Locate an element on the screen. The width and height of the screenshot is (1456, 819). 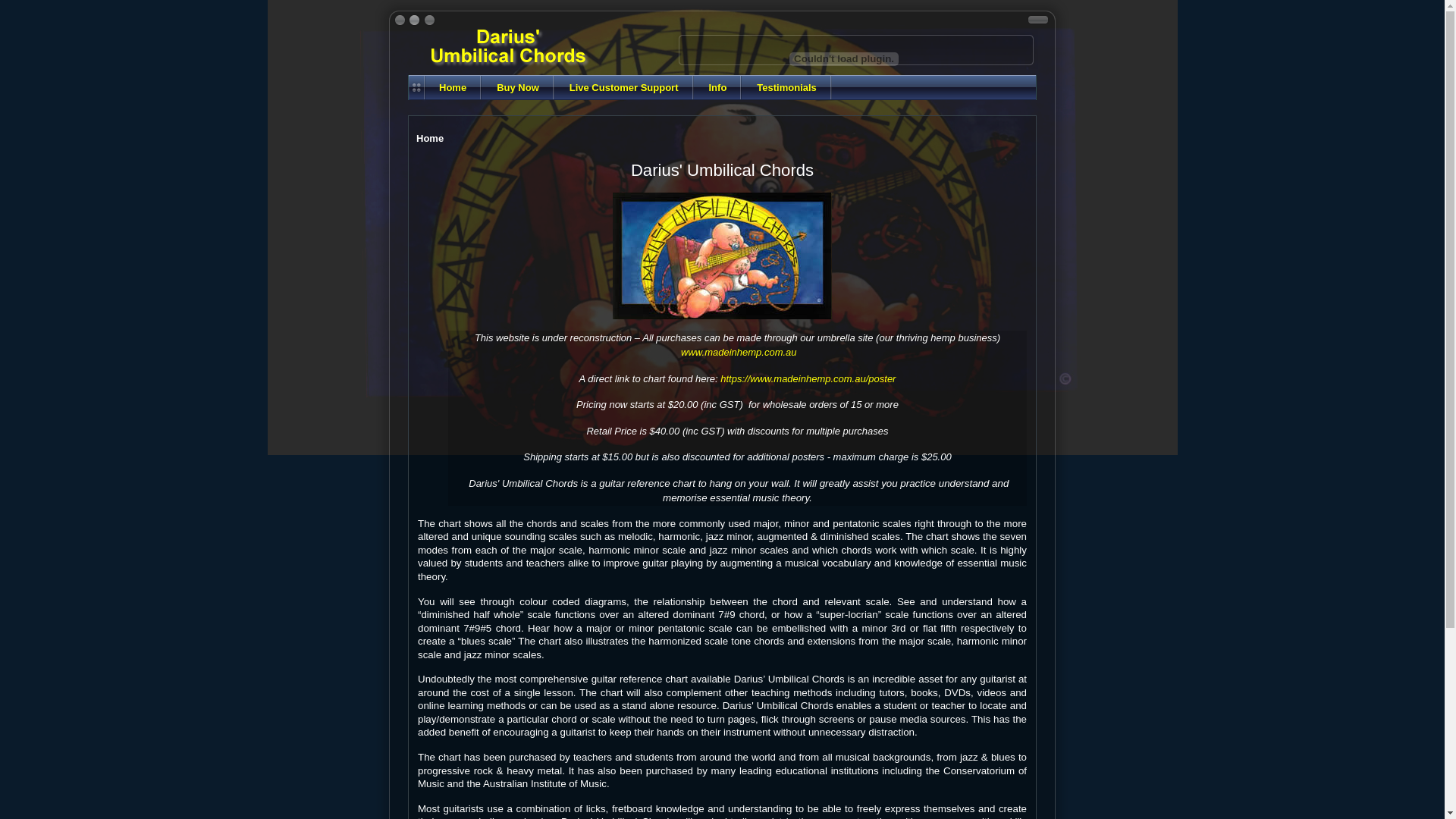
'https://www.madeinhemp.com.au/poster' is located at coordinates (807, 378).